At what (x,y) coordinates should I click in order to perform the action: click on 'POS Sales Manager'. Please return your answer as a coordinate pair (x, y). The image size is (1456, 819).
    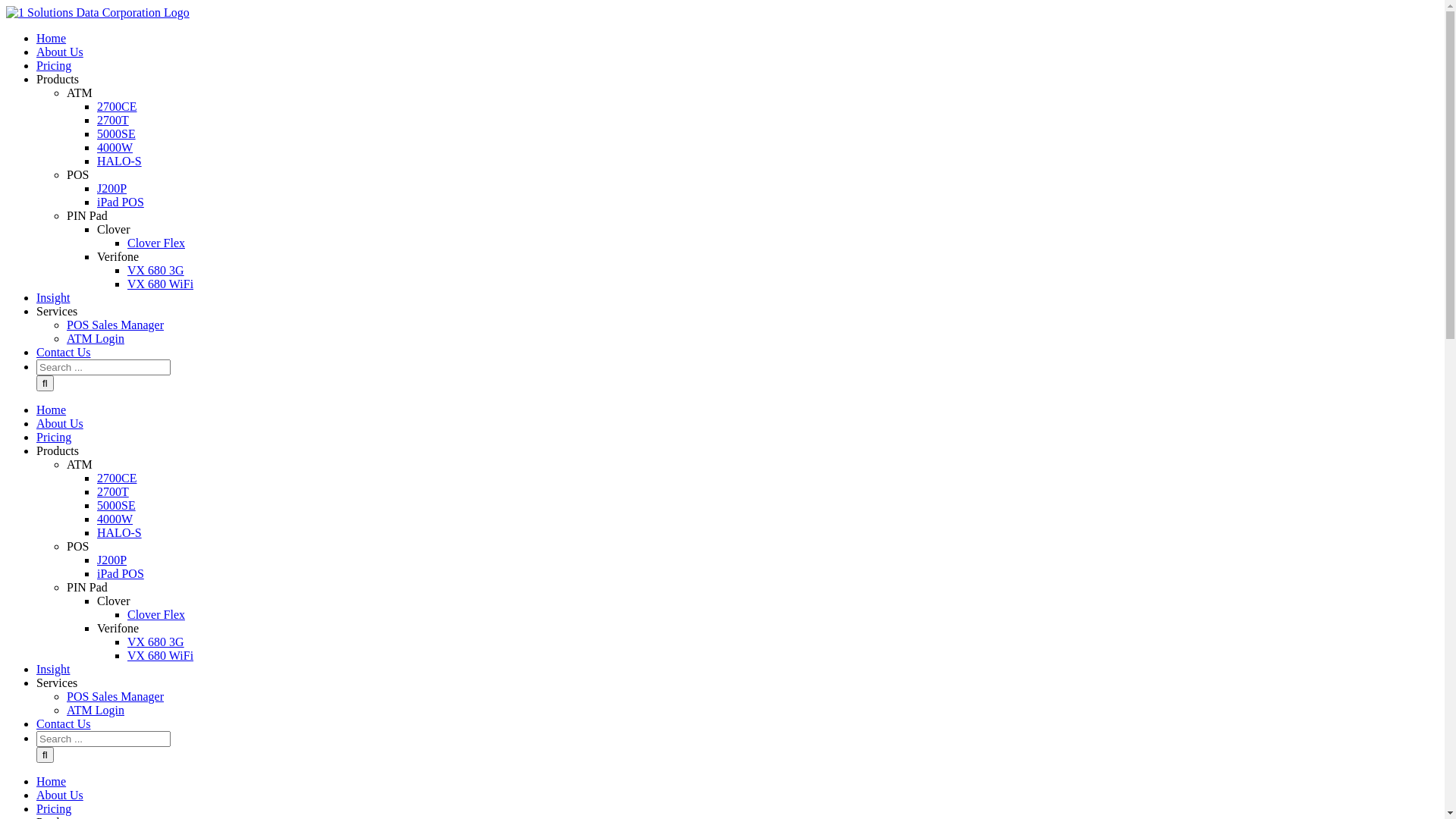
    Looking at the image, I should click on (115, 324).